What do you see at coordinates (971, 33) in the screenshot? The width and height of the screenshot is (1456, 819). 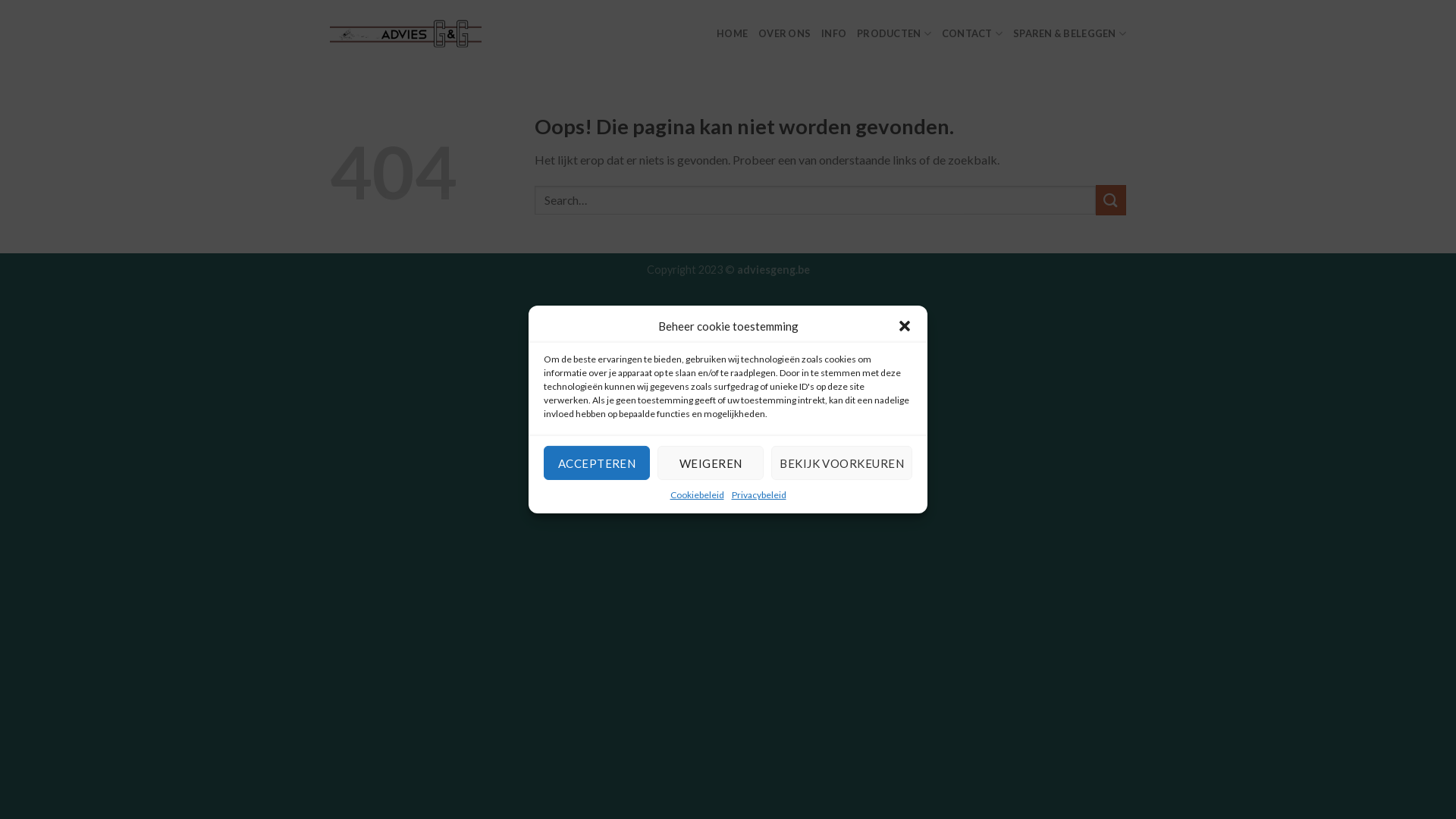 I see `'CONTACT'` at bounding box center [971, 33].